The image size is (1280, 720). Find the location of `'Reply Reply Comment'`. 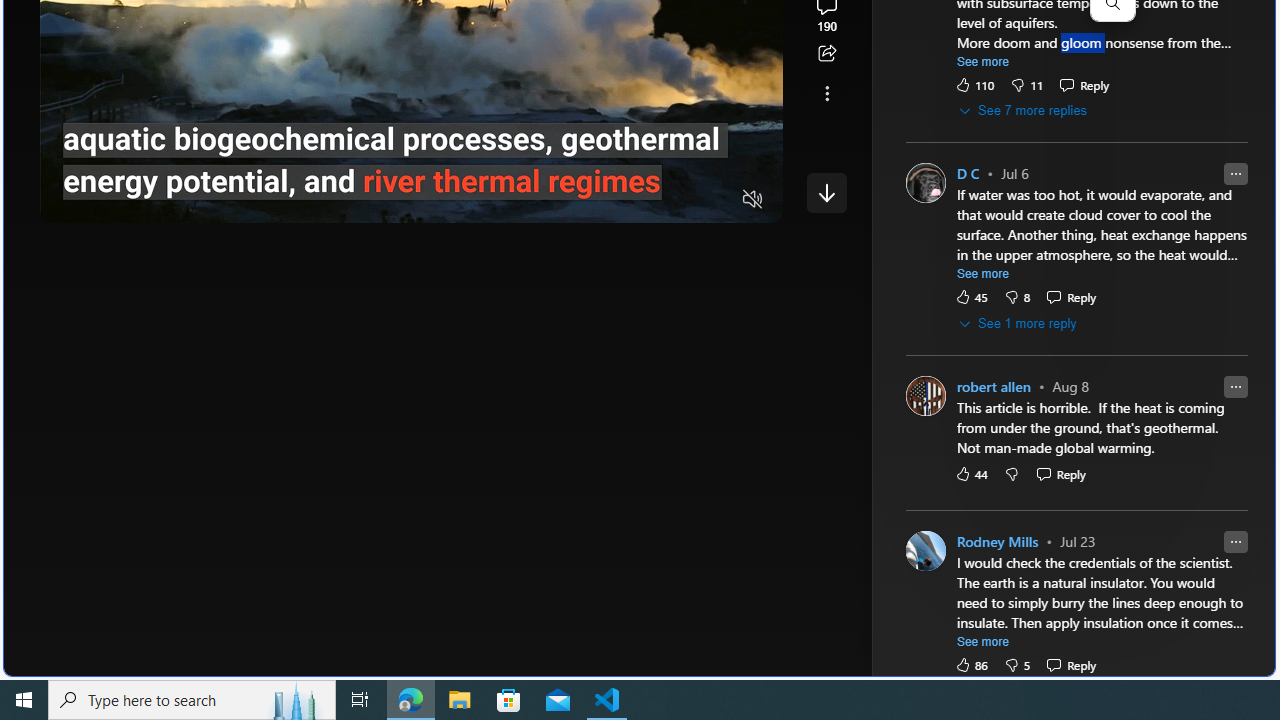

'Reply Reply Comment' is located at coordinates (1070, 664).